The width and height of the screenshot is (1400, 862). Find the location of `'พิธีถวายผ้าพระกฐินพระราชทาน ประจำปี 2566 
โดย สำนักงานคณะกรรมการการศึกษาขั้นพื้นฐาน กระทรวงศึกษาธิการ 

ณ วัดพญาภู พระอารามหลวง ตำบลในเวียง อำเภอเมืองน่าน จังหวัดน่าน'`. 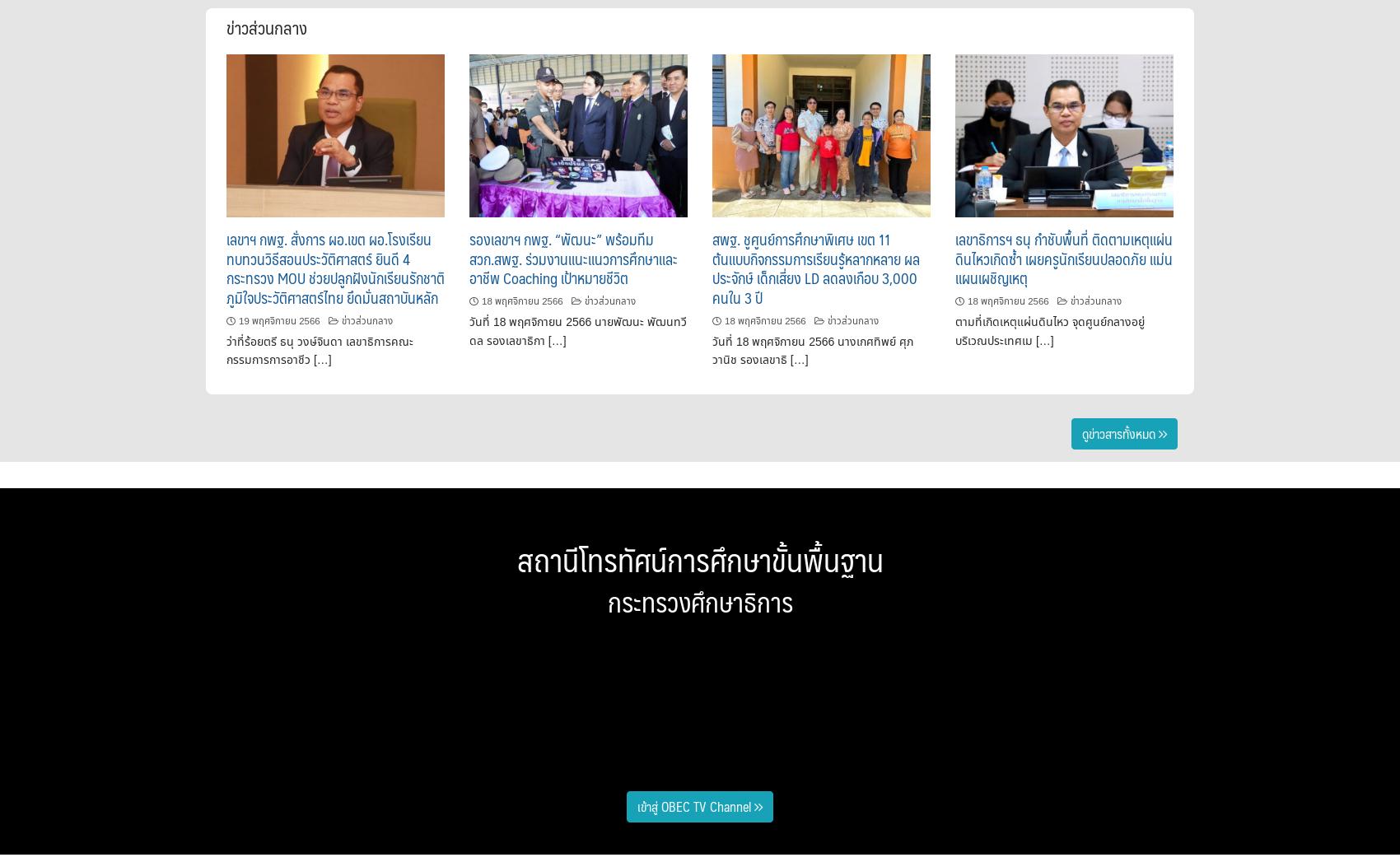

'พิธีถวายผ้าพระกฐินพระราชทาน ประจำปี 2566 
โดย สำนักงานคณะกรรมการการศึกษาขั้นพื้นฐาน กระทรวงศึกษาธิการ 

ณ วัดพญาภู พระอารามหลวง ตำบลในเวียง อำเภอเมืองน่าน จังหวัดน่าน' is located at coordinates (448, 699).